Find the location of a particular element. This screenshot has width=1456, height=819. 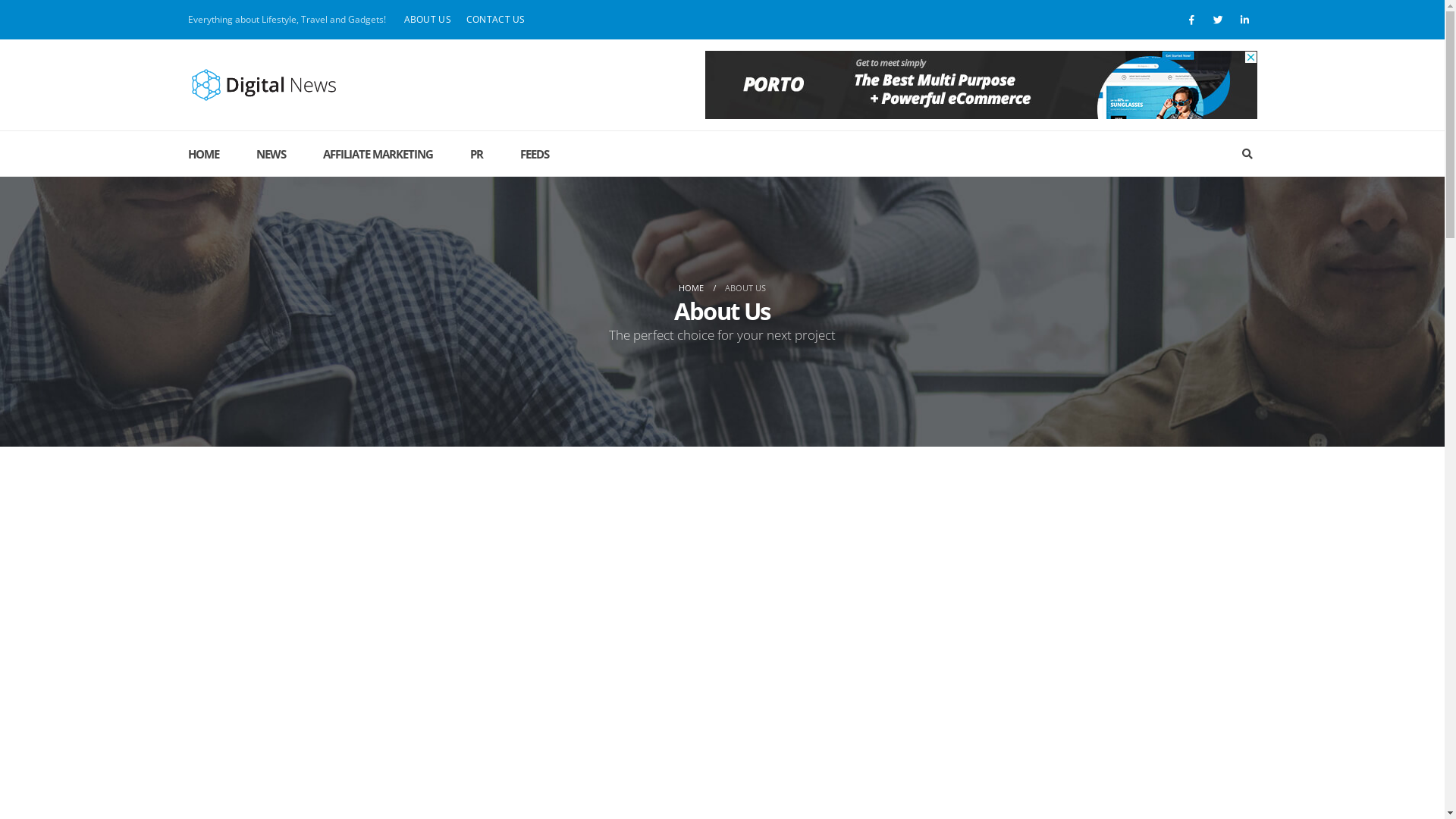

'Twitter' is located at coordinates (1219, 20).